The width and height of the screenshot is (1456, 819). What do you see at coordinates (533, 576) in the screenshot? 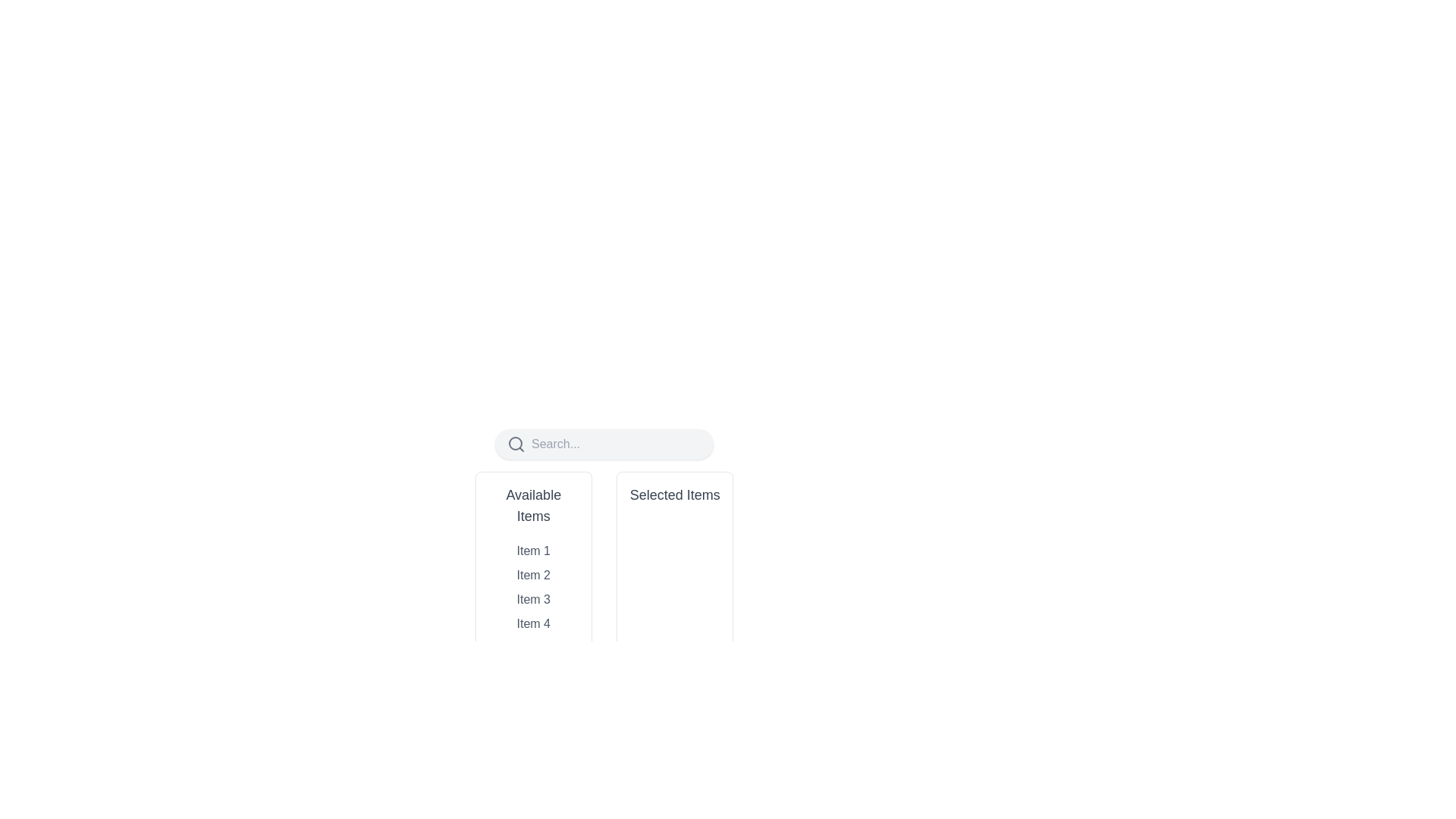
I see `the second list item in the 'Available Items' area to change its style` at bounding box center [533, 576].